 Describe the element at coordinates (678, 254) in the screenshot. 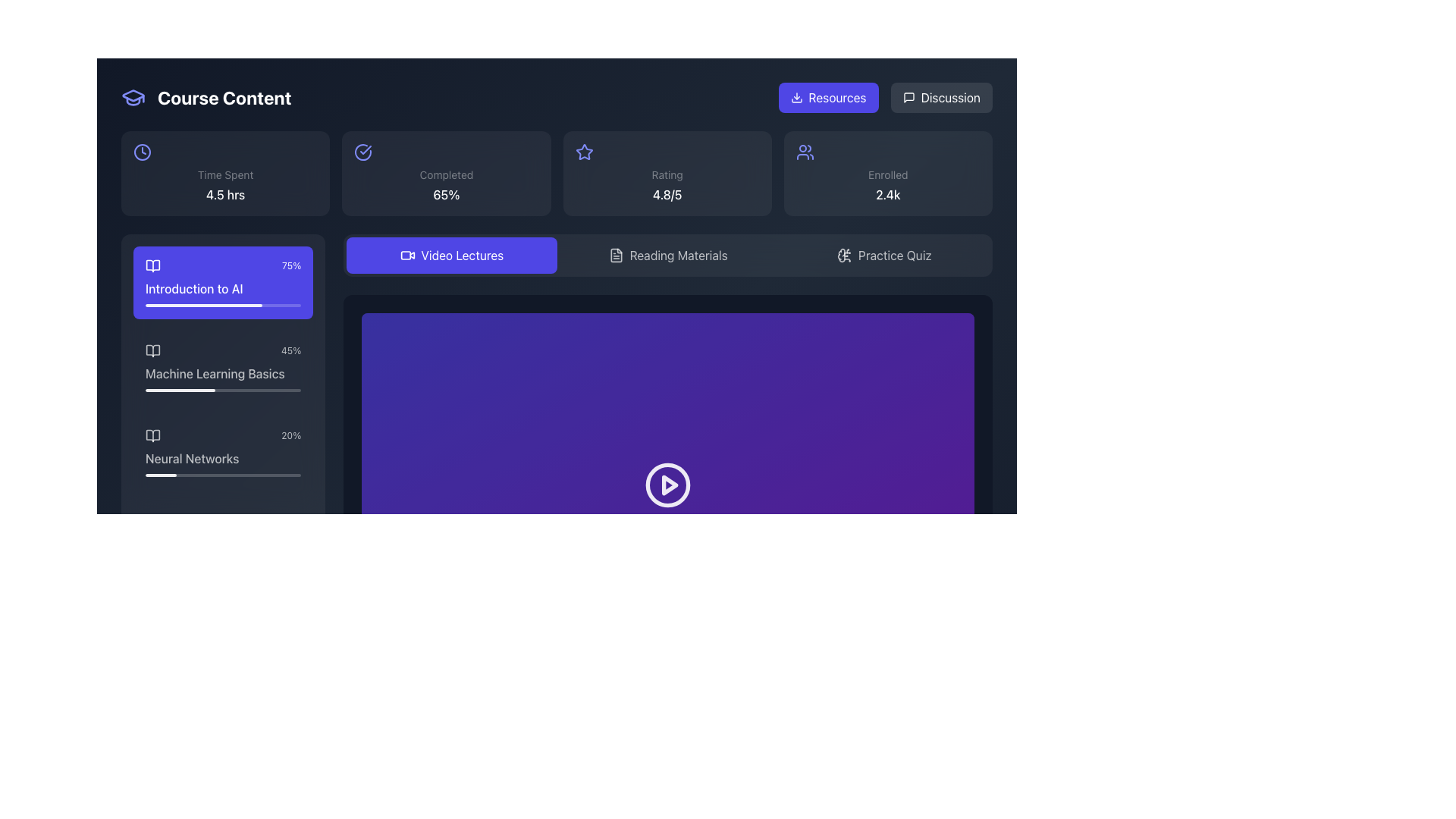

I see `the 'Reading Materials' text label located in the horizontal navigation toolbar, which is displayed in white with reduced opacity` at that location.